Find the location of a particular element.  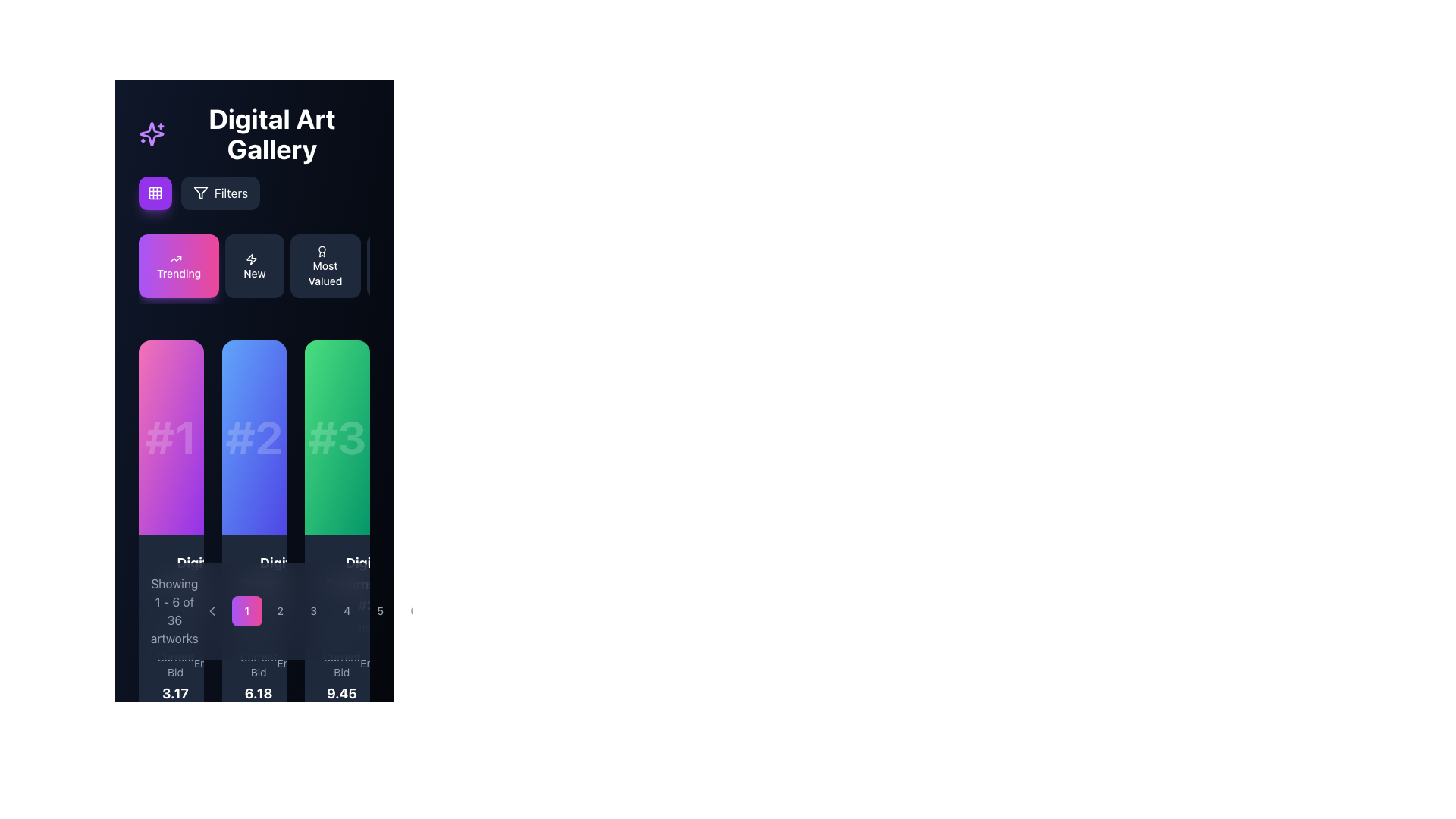

the 'Current Bid' text label, which is styled with a light gray font and positioned above the bidding amount text is located at coordinates (175, 664).